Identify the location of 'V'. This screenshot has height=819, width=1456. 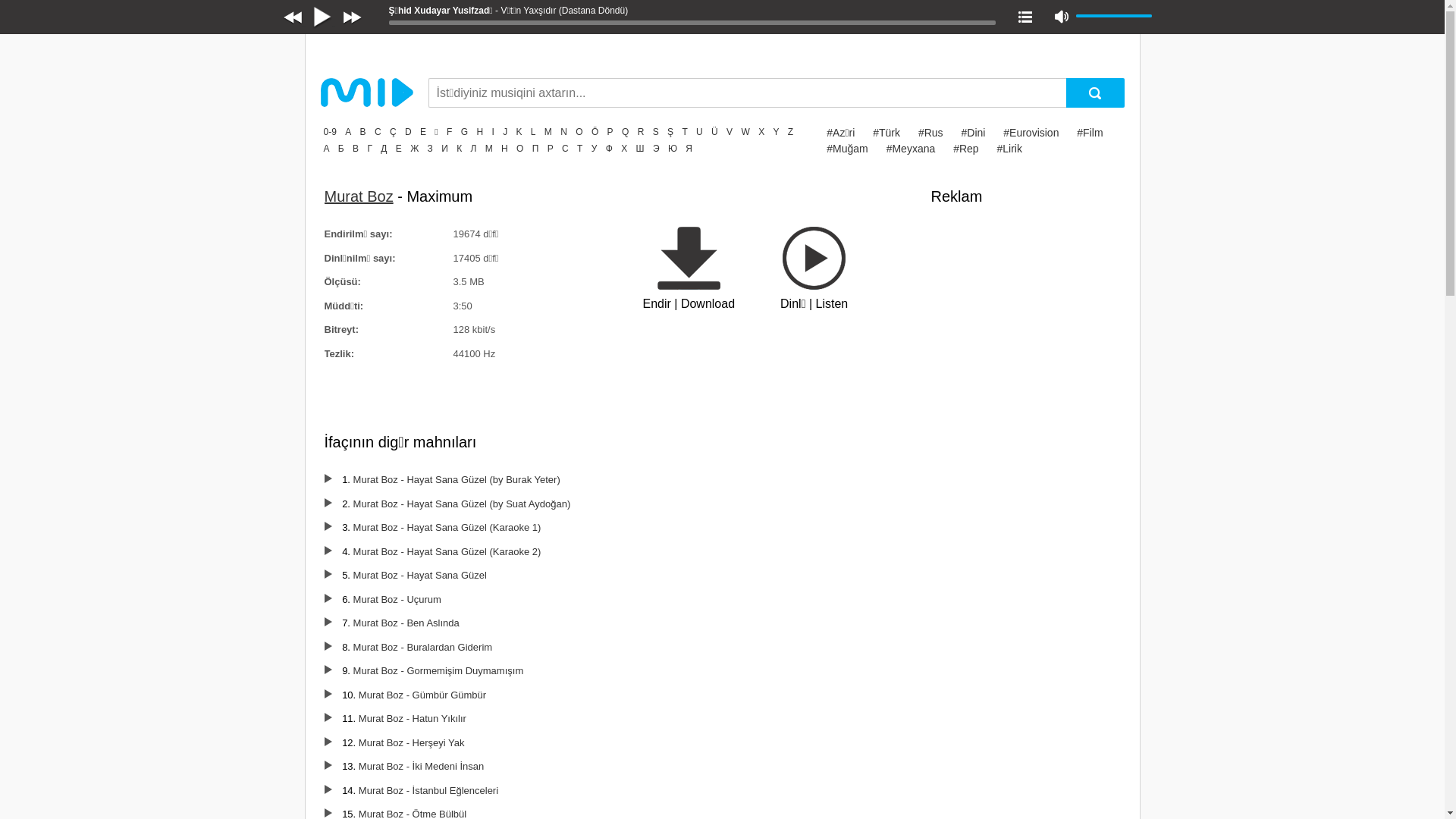
(726, 130).